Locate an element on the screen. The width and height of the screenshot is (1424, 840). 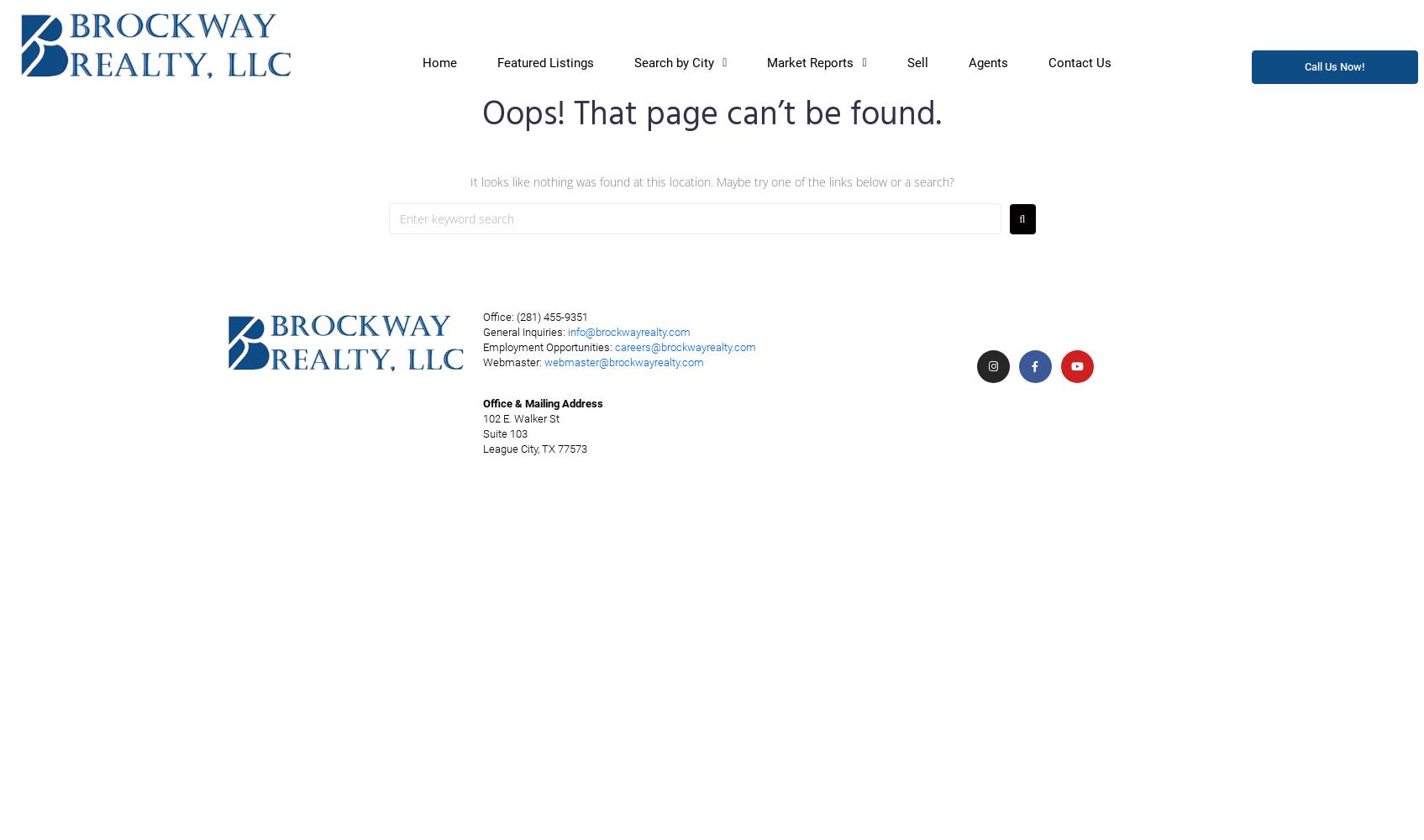
'Sell' is located at coordinates (917, 61).